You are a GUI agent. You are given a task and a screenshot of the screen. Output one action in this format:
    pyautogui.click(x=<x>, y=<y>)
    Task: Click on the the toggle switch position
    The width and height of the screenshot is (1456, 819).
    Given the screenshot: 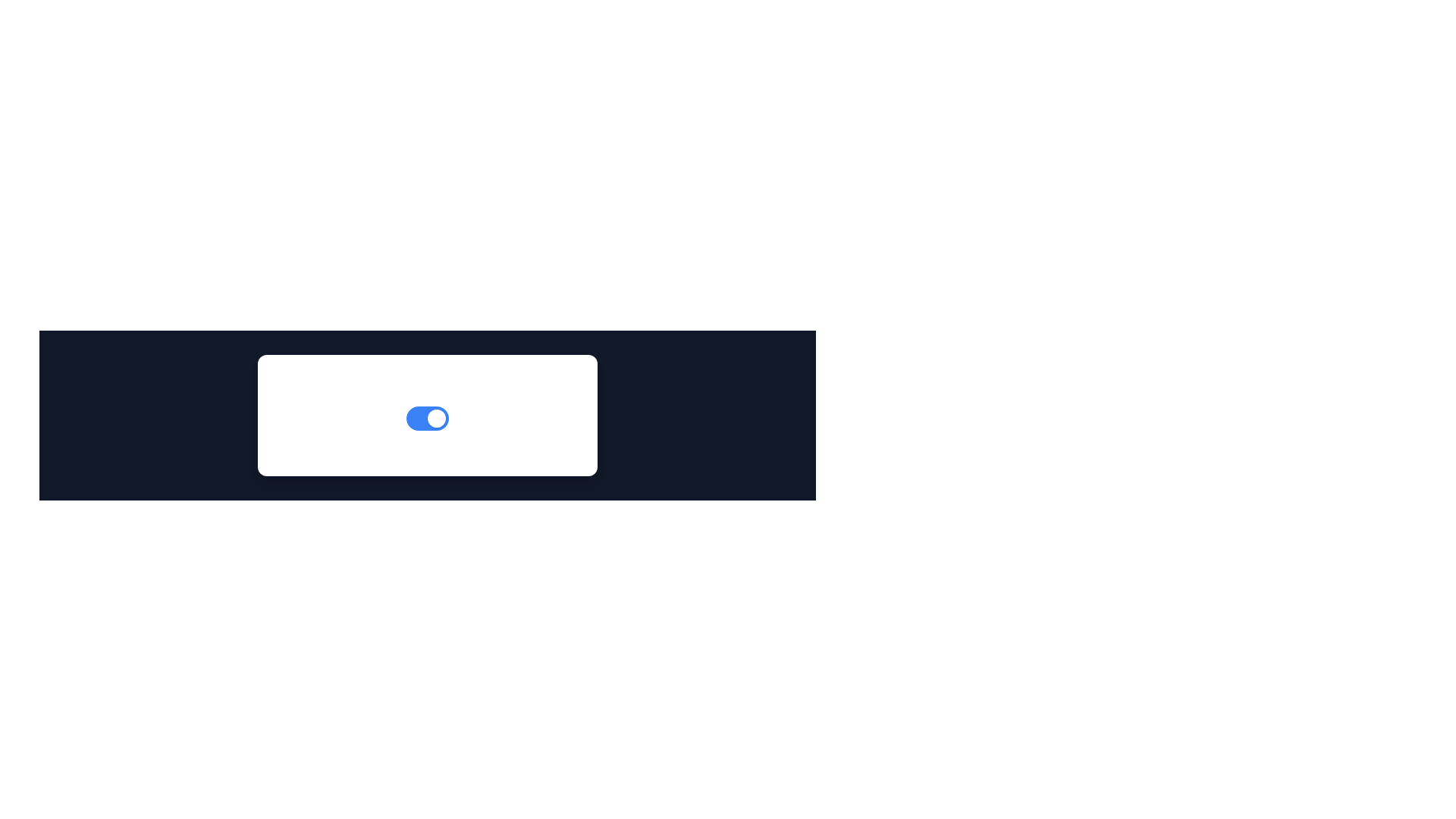 What is the action you would take?
    pyautogui.click(x=416, y=418)
    